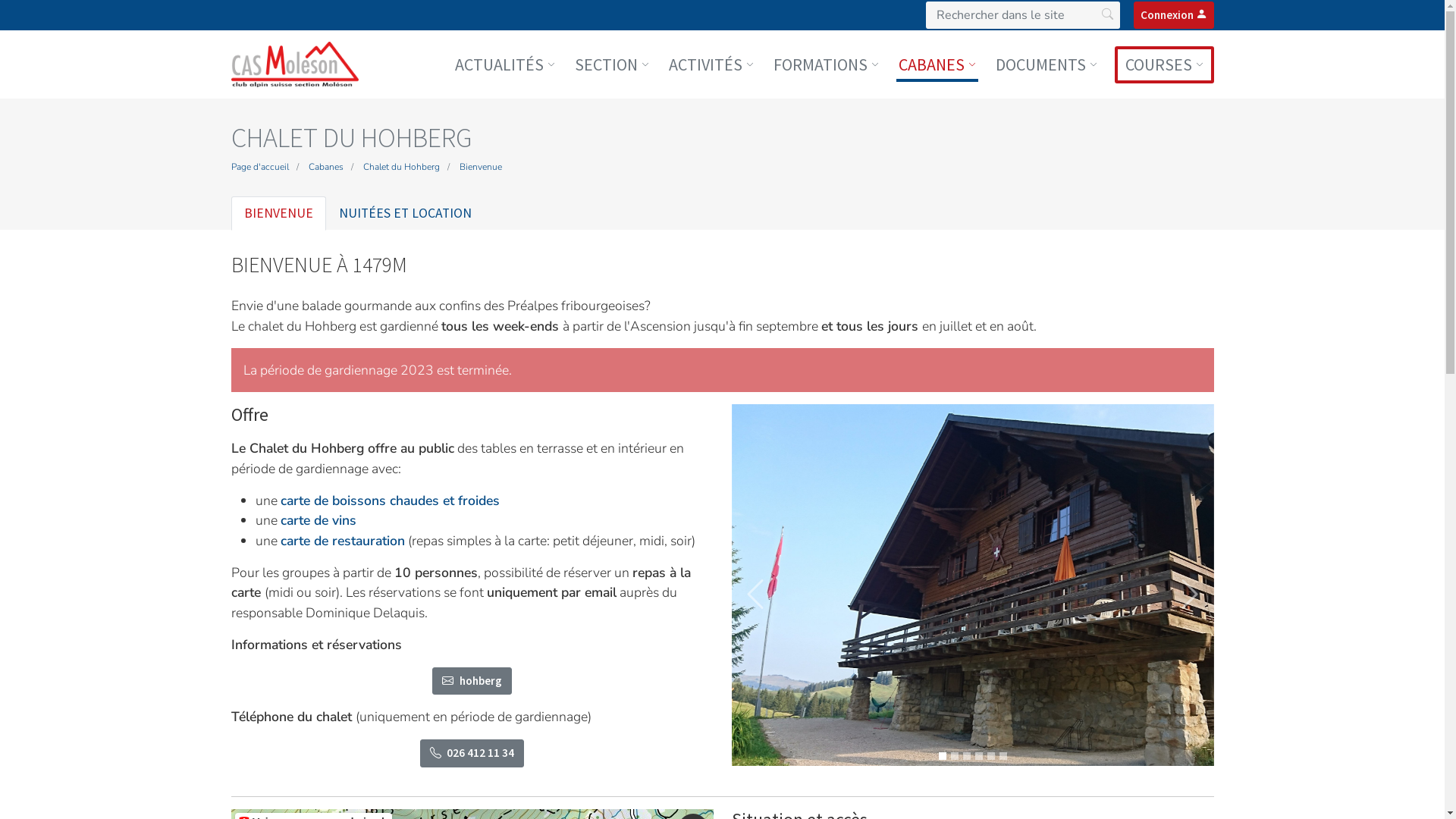 This screenshot has height=819, width=1456. Describe the element at coordinates (993, 63) in the screenshot. I see `'DOCUMENTS'` at that location.